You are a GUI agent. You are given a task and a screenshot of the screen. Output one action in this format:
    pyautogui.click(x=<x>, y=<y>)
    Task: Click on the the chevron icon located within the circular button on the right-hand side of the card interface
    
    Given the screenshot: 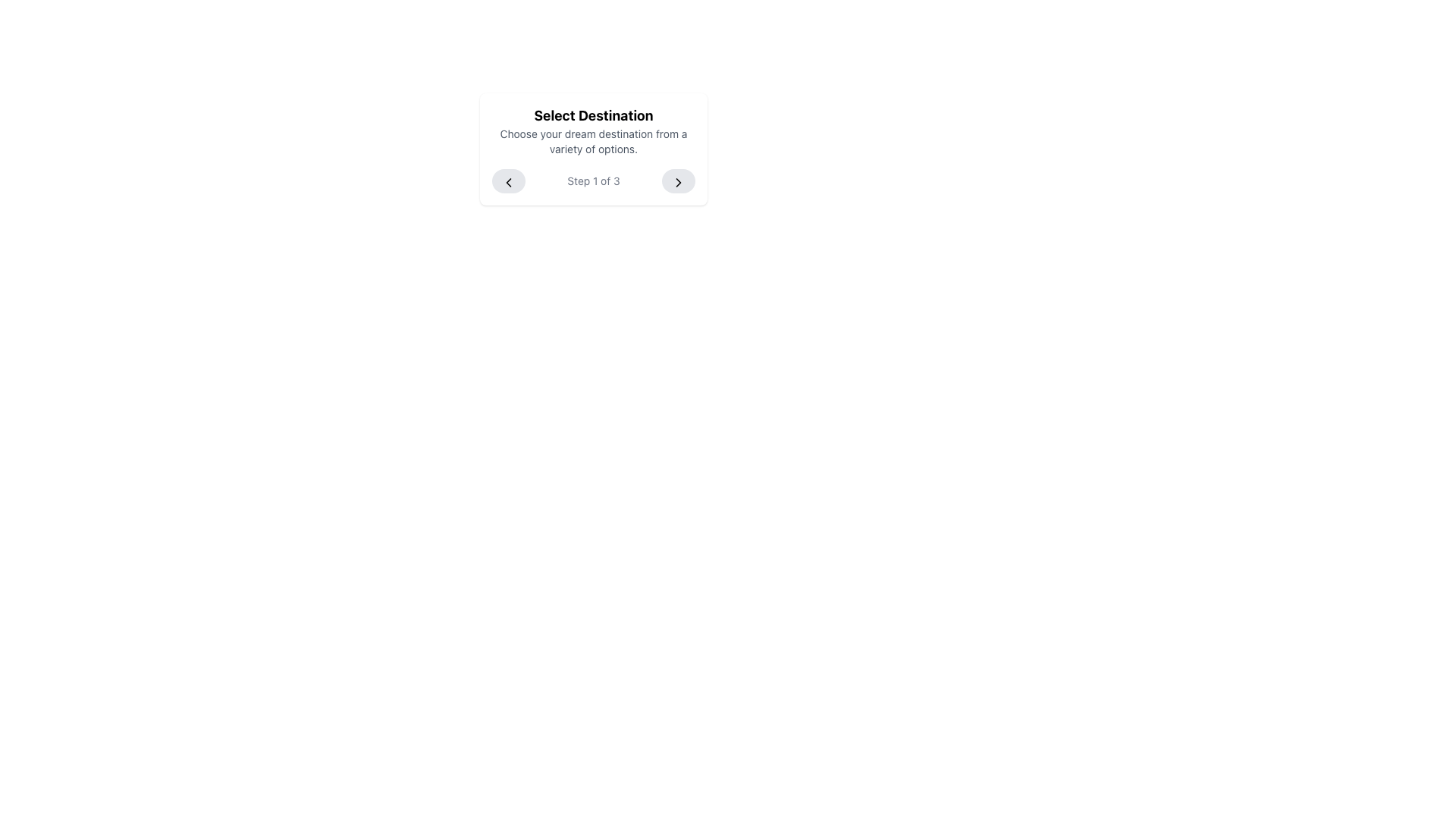 What is the action you would take?
    pyautogui.click(x=677, y=180)
    